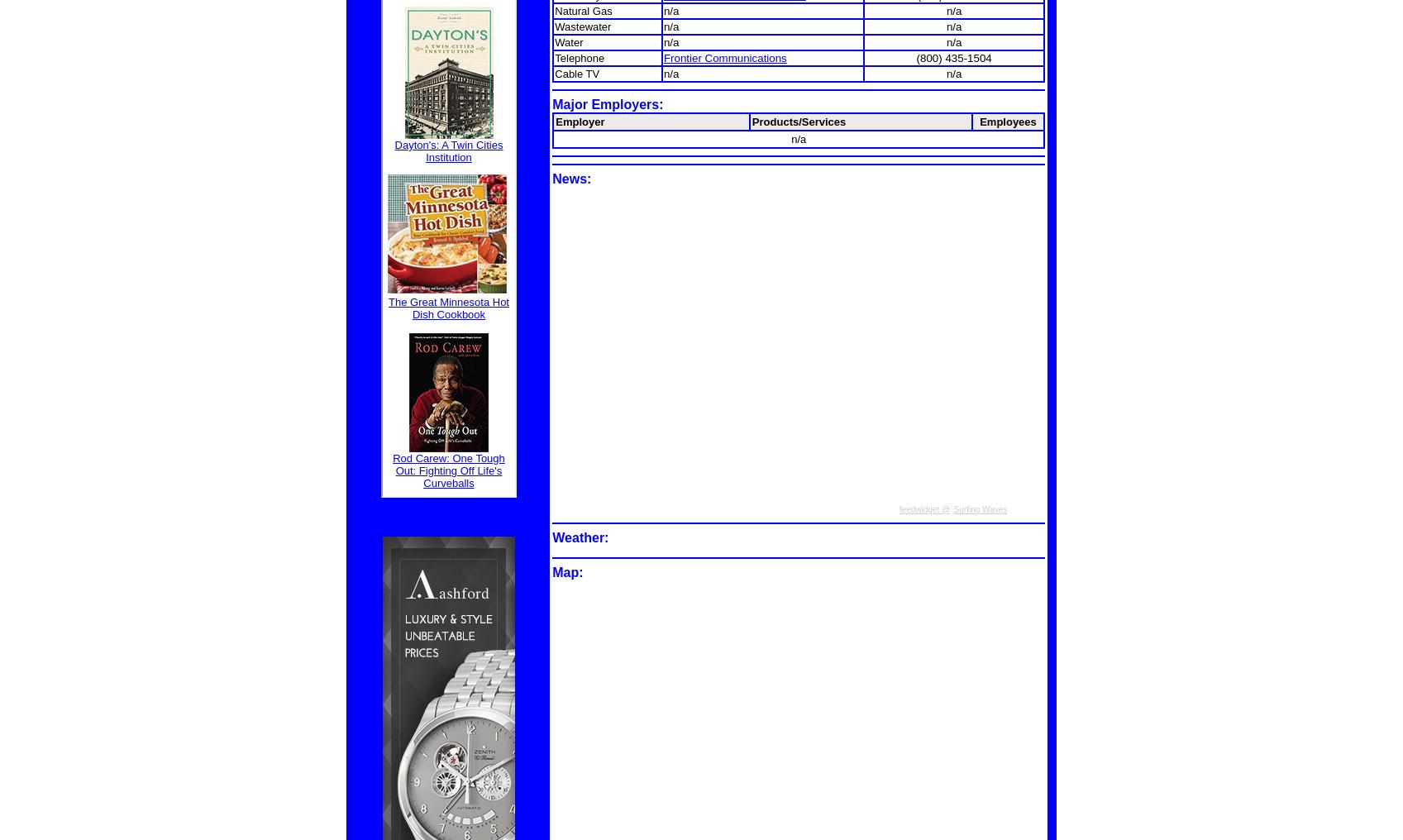 The image size is (1403, 840). I want to click on 'Products/Services', so click(798, 120).